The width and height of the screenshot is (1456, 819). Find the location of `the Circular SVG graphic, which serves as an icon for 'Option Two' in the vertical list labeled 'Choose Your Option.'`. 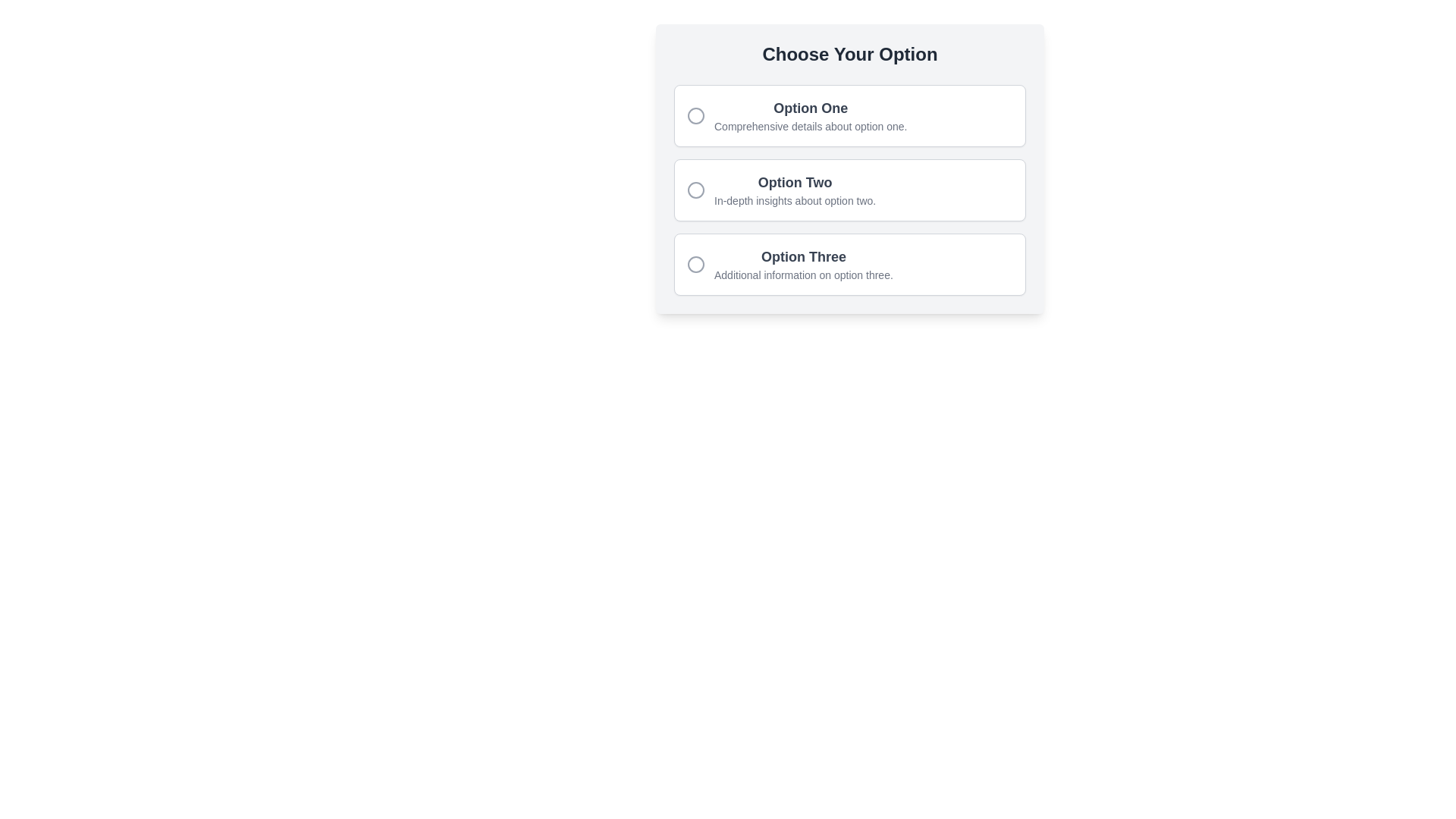

the Circular SVG graphic, which serves as an icon for 'Option Two' in the vertical list labeled 'Choose Your Option.' is located at coordinates (695, 189).